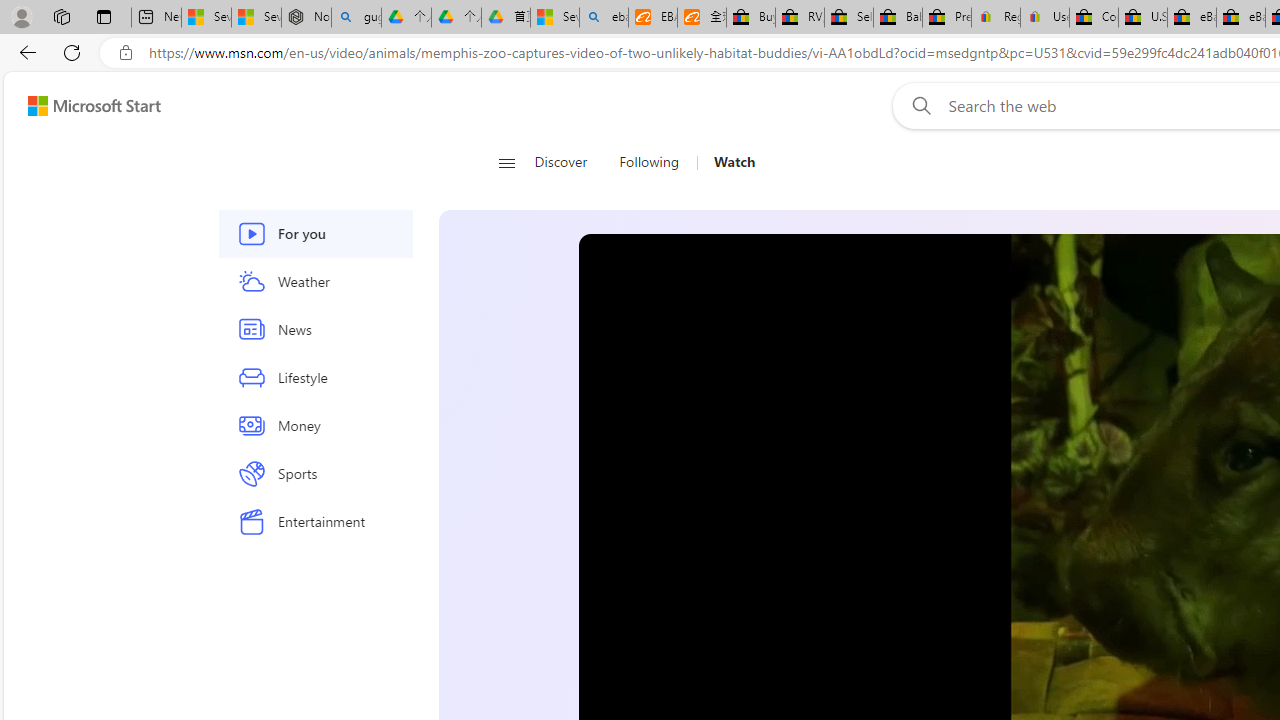 The height and width of the screenshot is (720, 1280). I want to click on 'Register: Create a personal eBay account', so click(995, 17).